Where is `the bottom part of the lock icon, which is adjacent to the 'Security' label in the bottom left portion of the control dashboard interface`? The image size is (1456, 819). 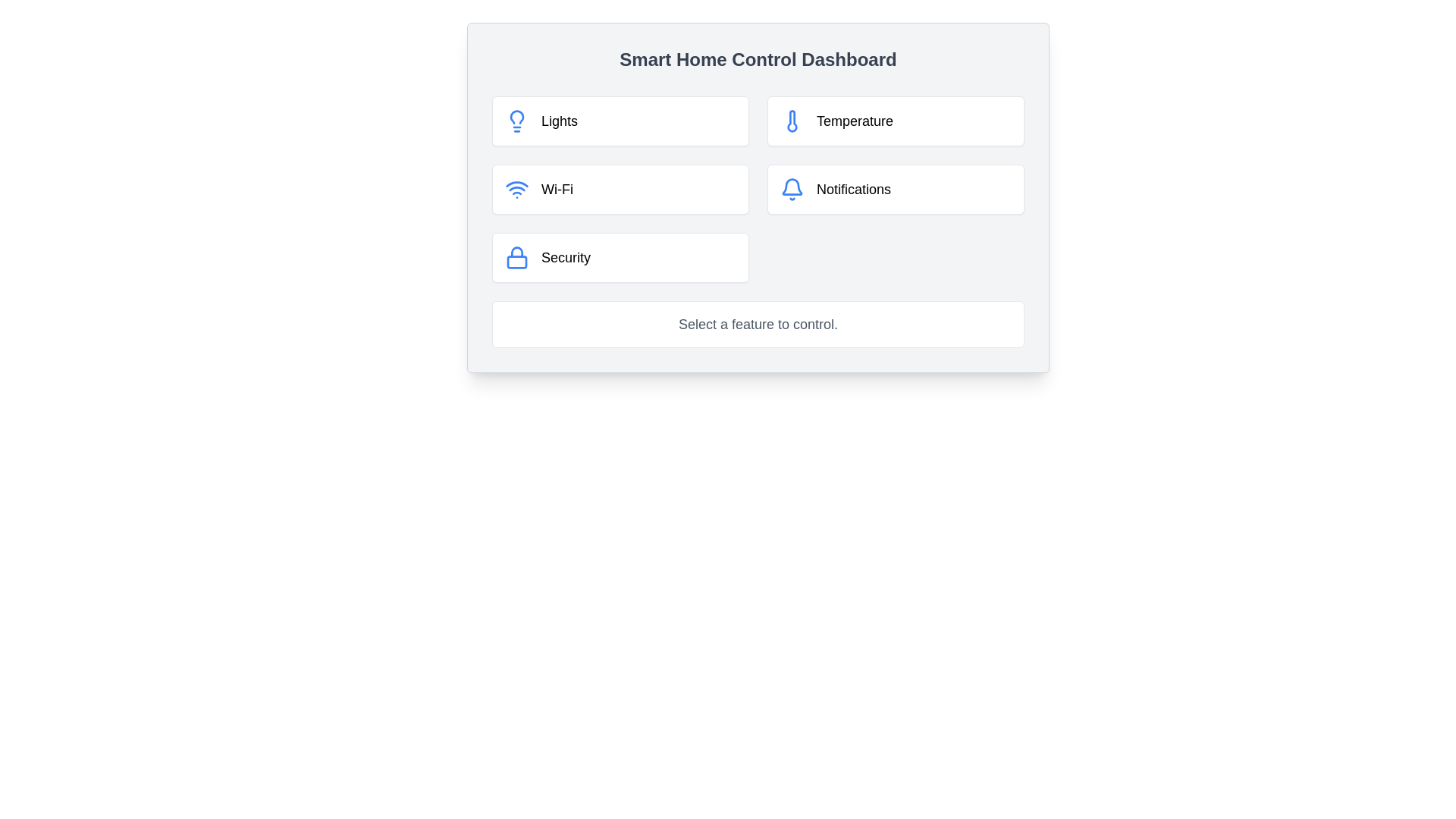
the bottom part of the lock icon, which is adjacent to the 'Security' label in the bottom left portion of the control dashboard interface is located at coordinates (516, 262).